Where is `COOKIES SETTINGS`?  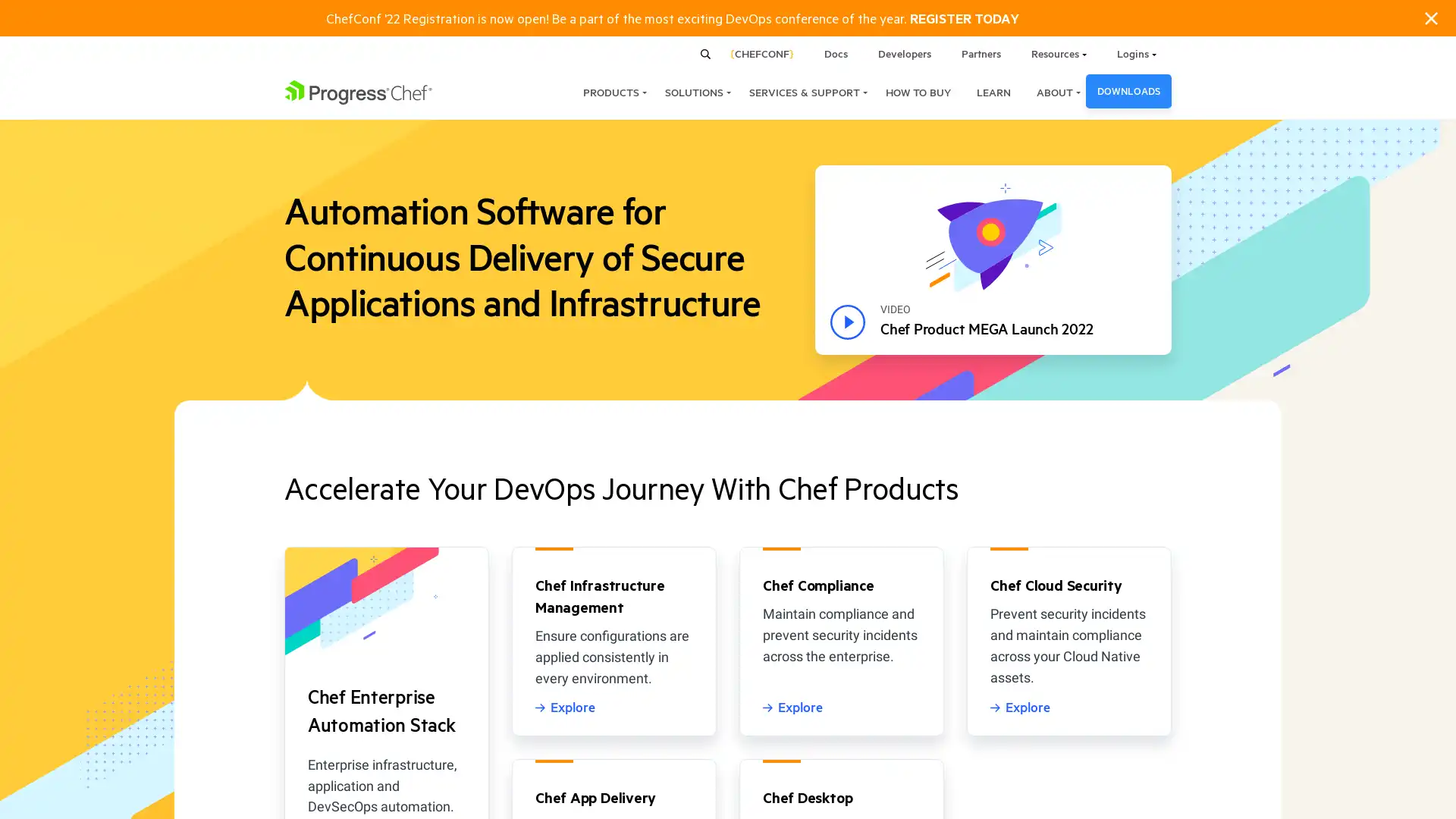 COOKIES SETTINGS is located at coordinates (1376, 789).